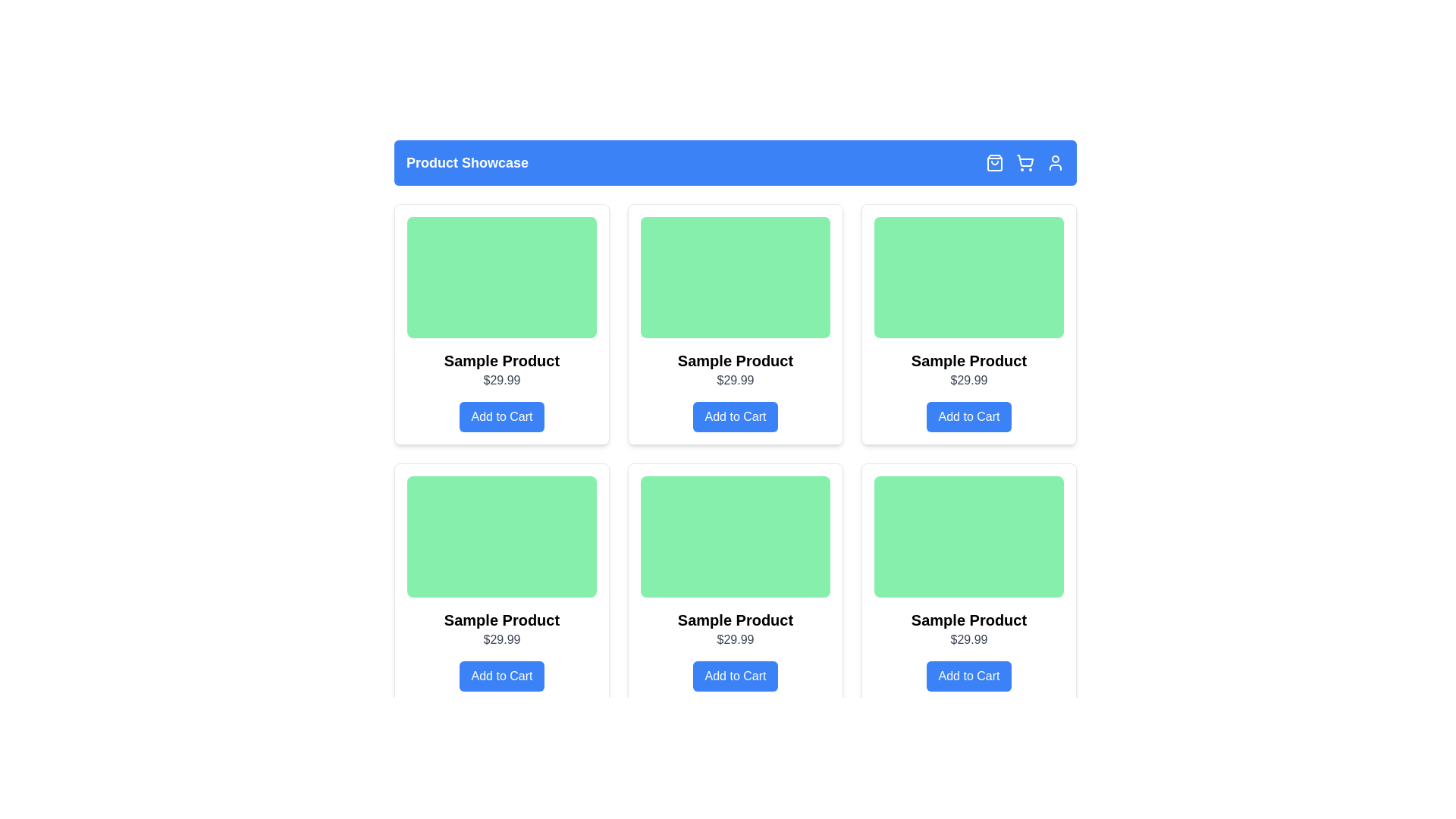  Describe the element at coordinates (1025, 163) in the screenshot. I see `the Shopping Cart icon, which is the second icon from the left in the blue header bar` at that location.